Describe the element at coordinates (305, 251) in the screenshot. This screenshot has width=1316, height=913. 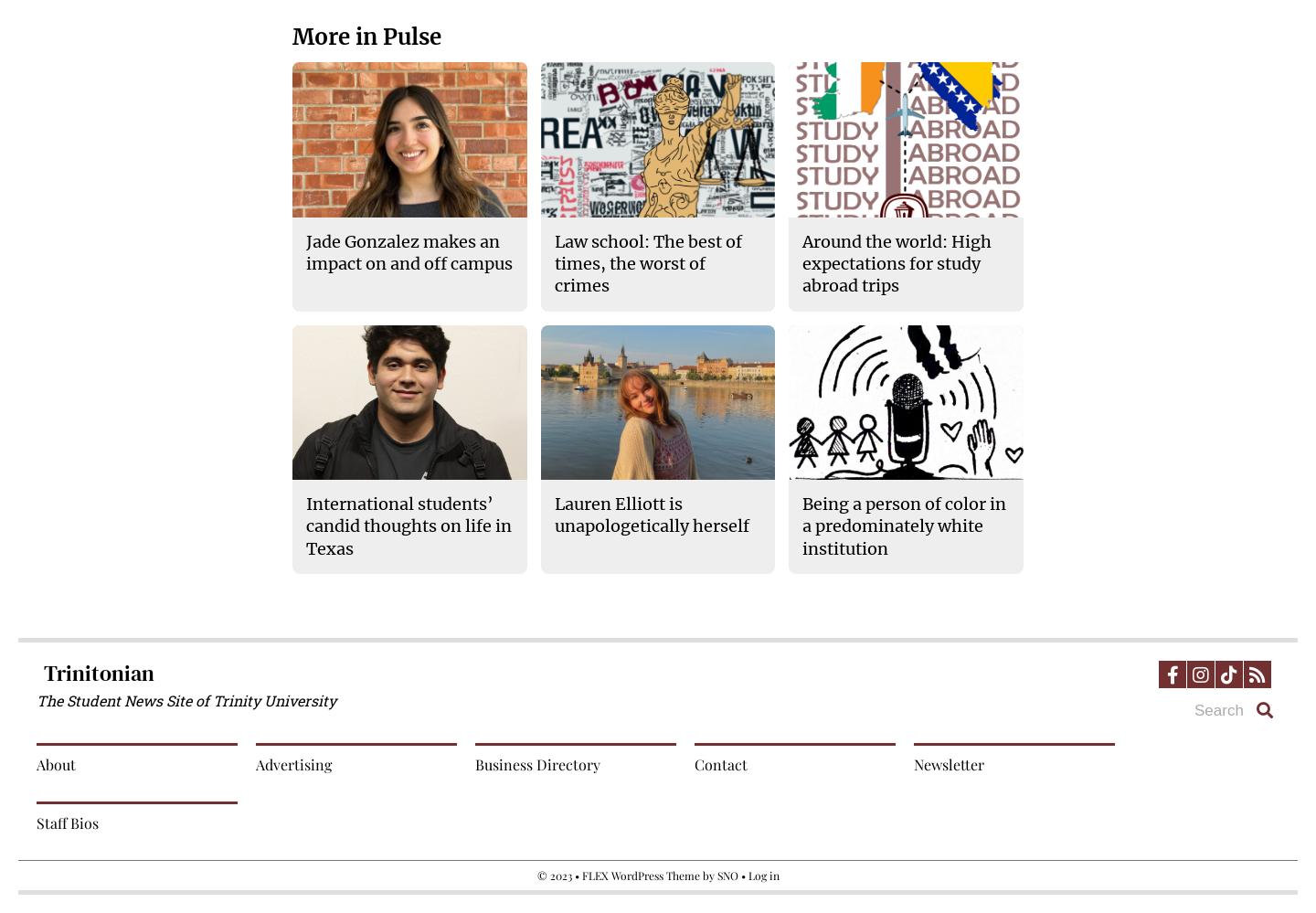
I see `'Jade Gonzalez makes an impact on and off campus'` at that location.